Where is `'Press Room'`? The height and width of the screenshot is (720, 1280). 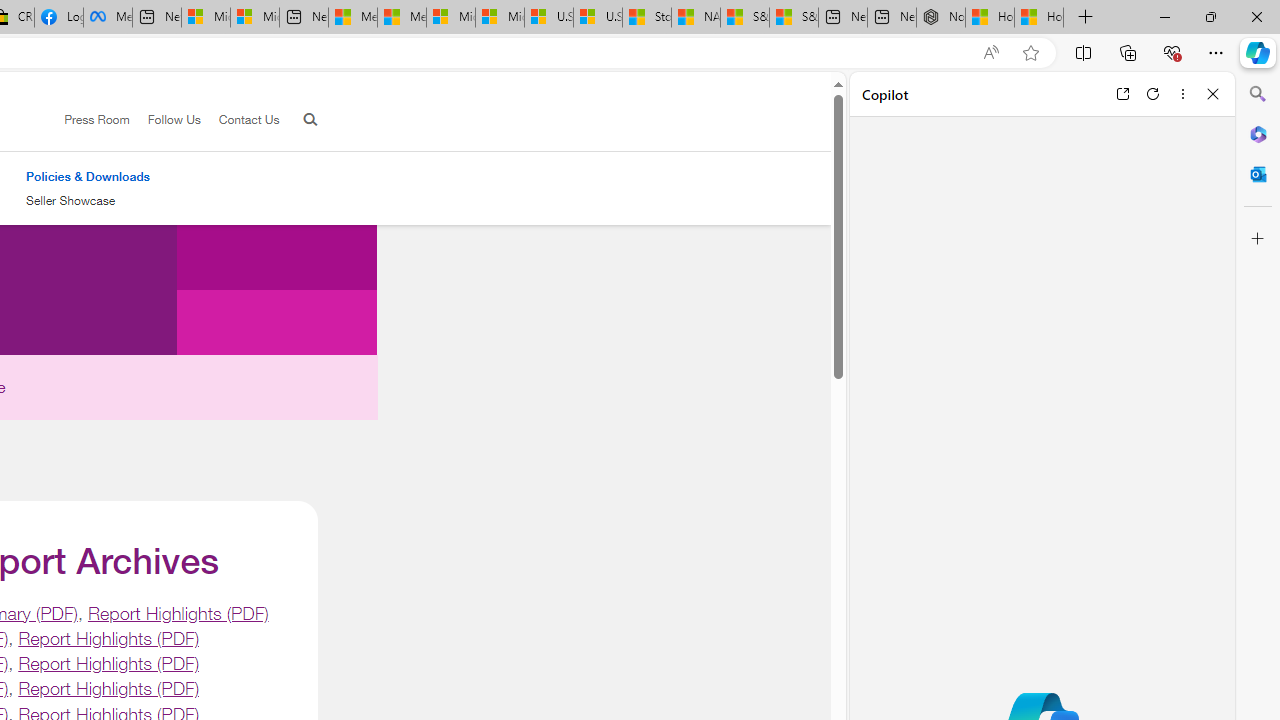
'Press Room' is located at coordinates (96, 119).